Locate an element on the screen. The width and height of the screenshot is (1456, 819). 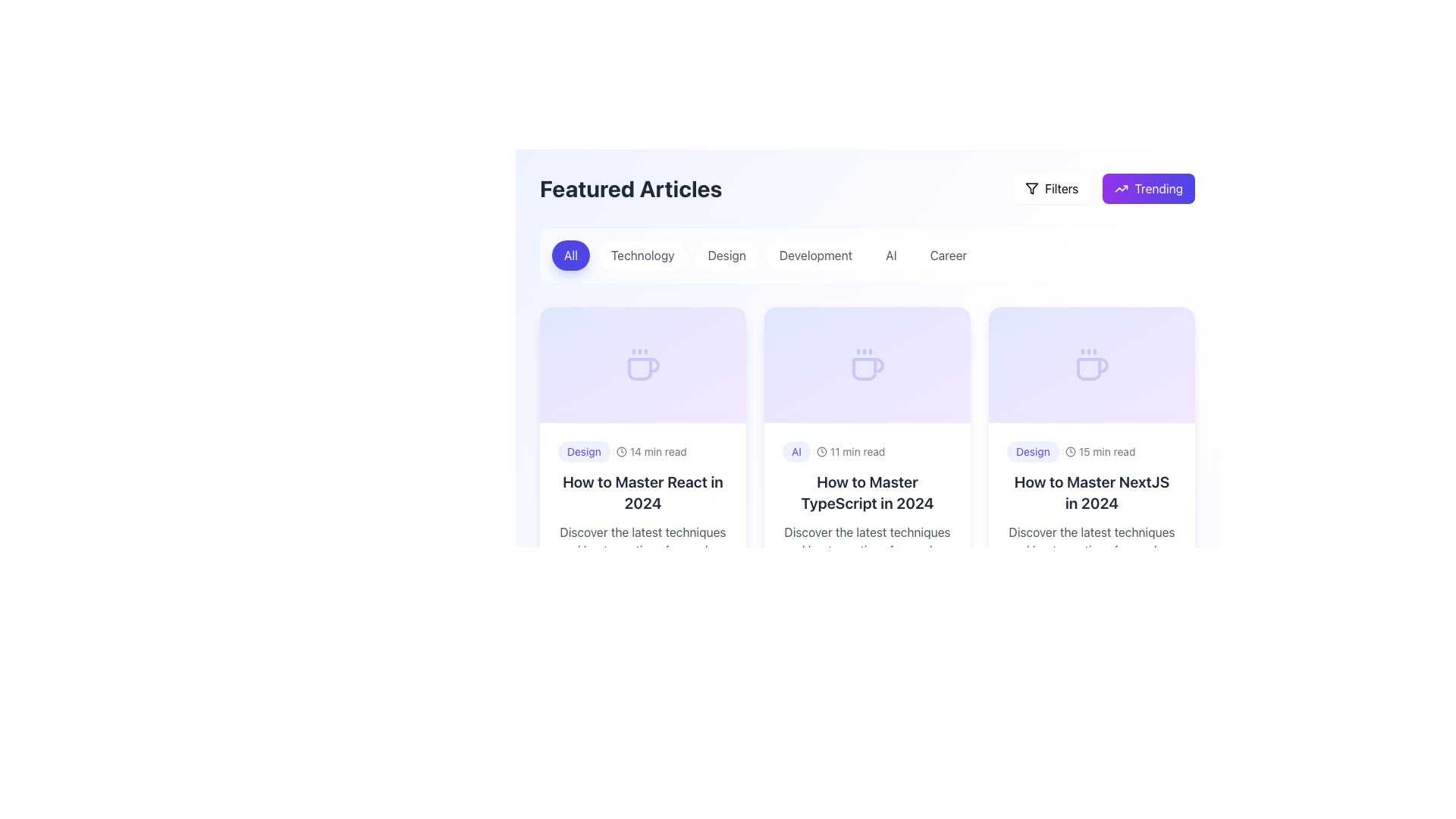
the 'Filters' button located in the top-right corner of the interface is located at coordinates (1061, 188).